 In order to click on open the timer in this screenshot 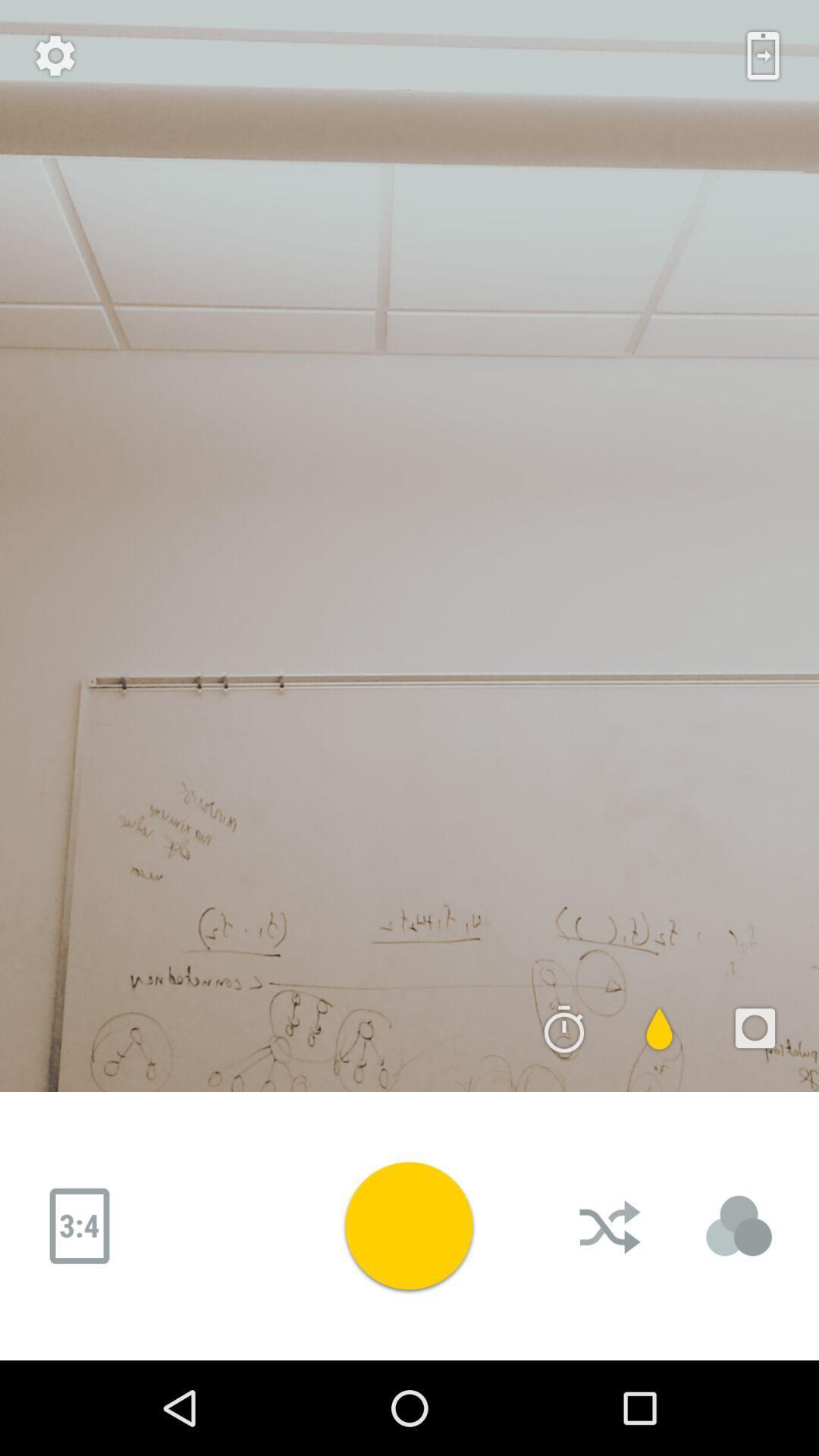, I will do `click(564, 1028)`.